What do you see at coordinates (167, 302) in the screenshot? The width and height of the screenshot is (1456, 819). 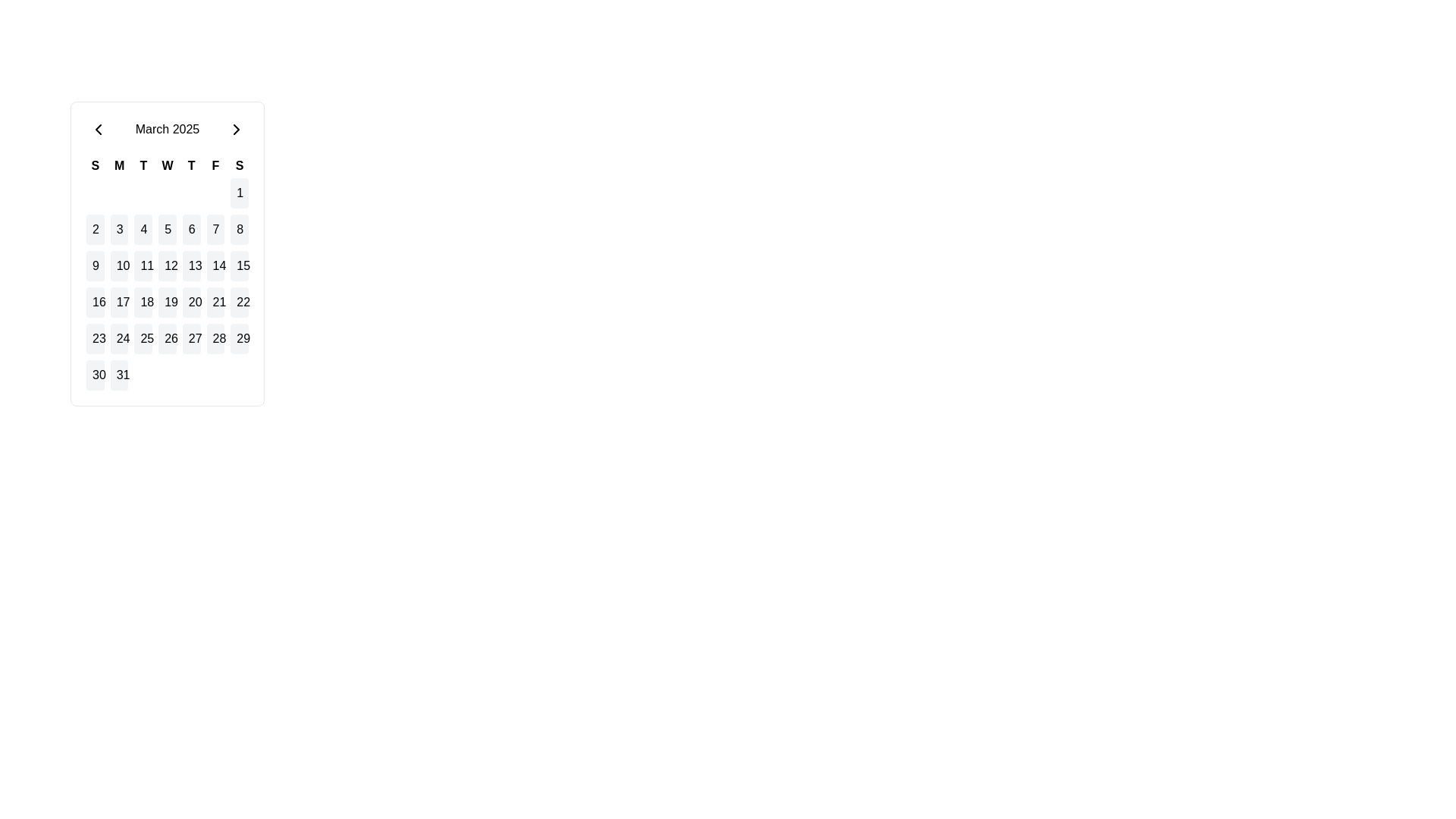 I see `the button displaying the number '19' in a rounded rectangle within the calendar grid for additional date information` at bounding box center [167, 302].